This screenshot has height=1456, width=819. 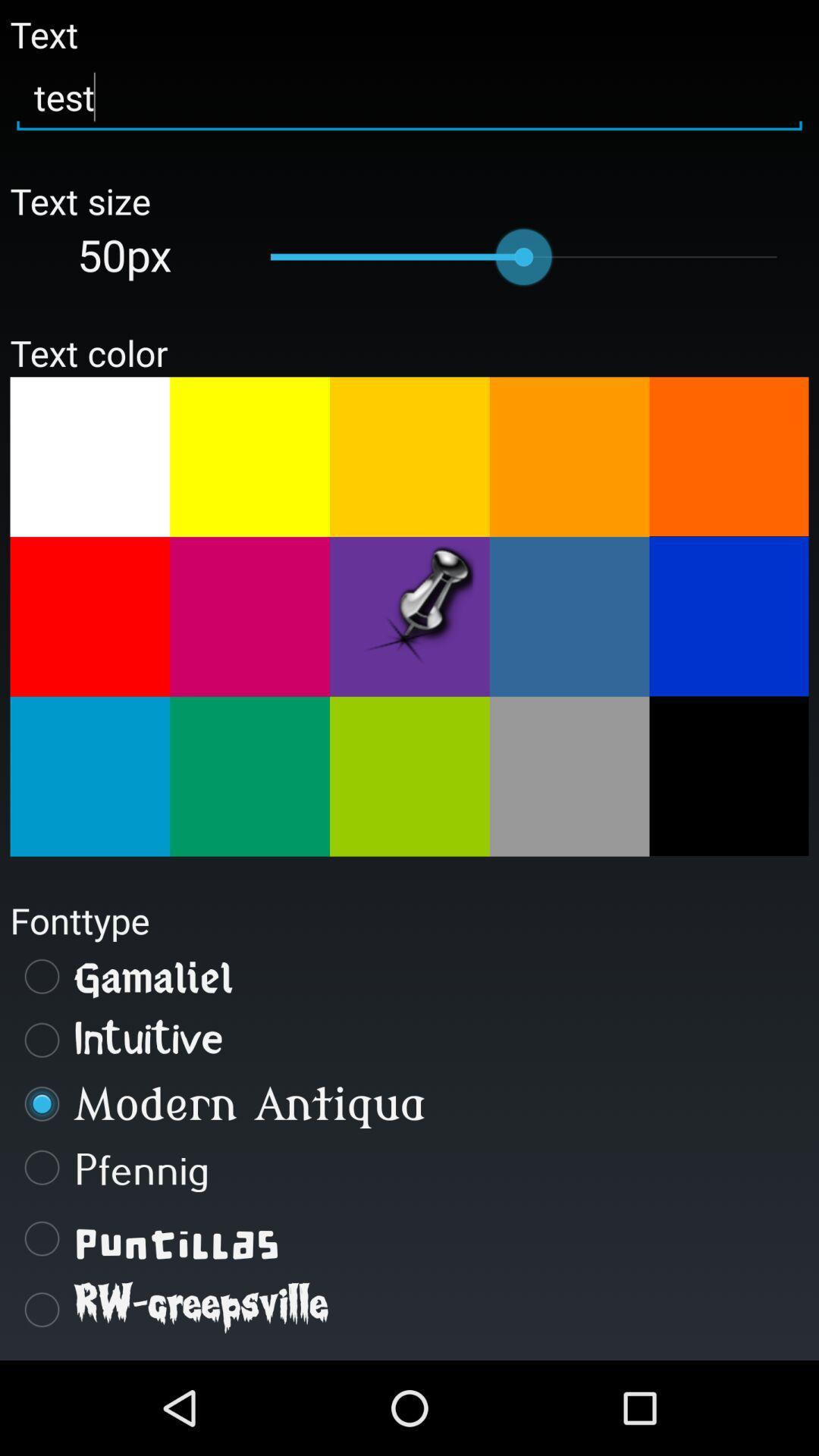 What do you see at coordinates (89, 456) in the screenshot?
I see `text color` at bounding box center [89, 456].